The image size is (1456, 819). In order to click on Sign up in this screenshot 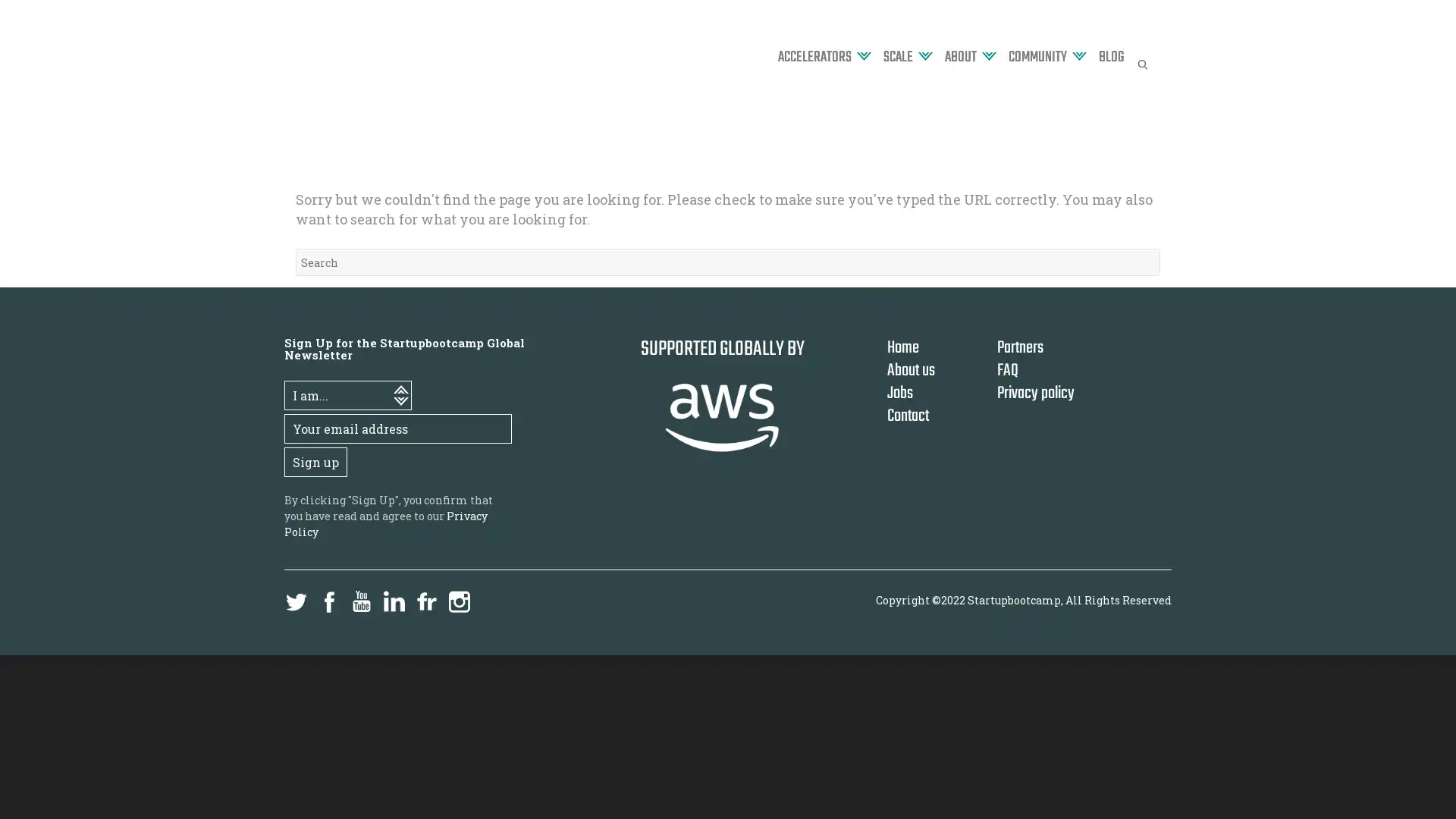, I will do `click(315, 461)`.